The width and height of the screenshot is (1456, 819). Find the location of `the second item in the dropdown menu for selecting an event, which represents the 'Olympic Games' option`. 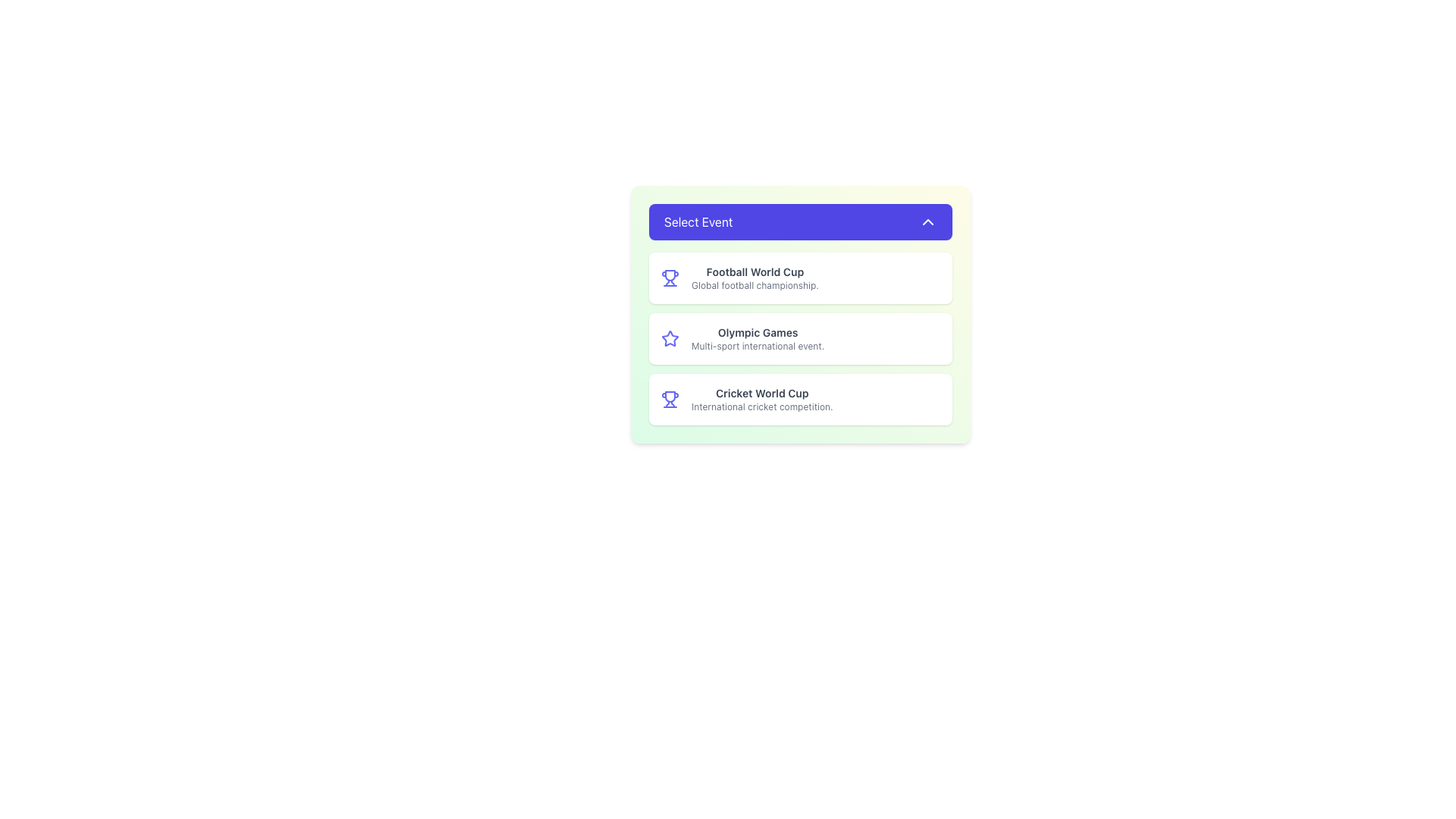

the second item in the dropdown menu for selecting an event, which represents the 'Olympic Games' option is located at coordinates (800, 314).